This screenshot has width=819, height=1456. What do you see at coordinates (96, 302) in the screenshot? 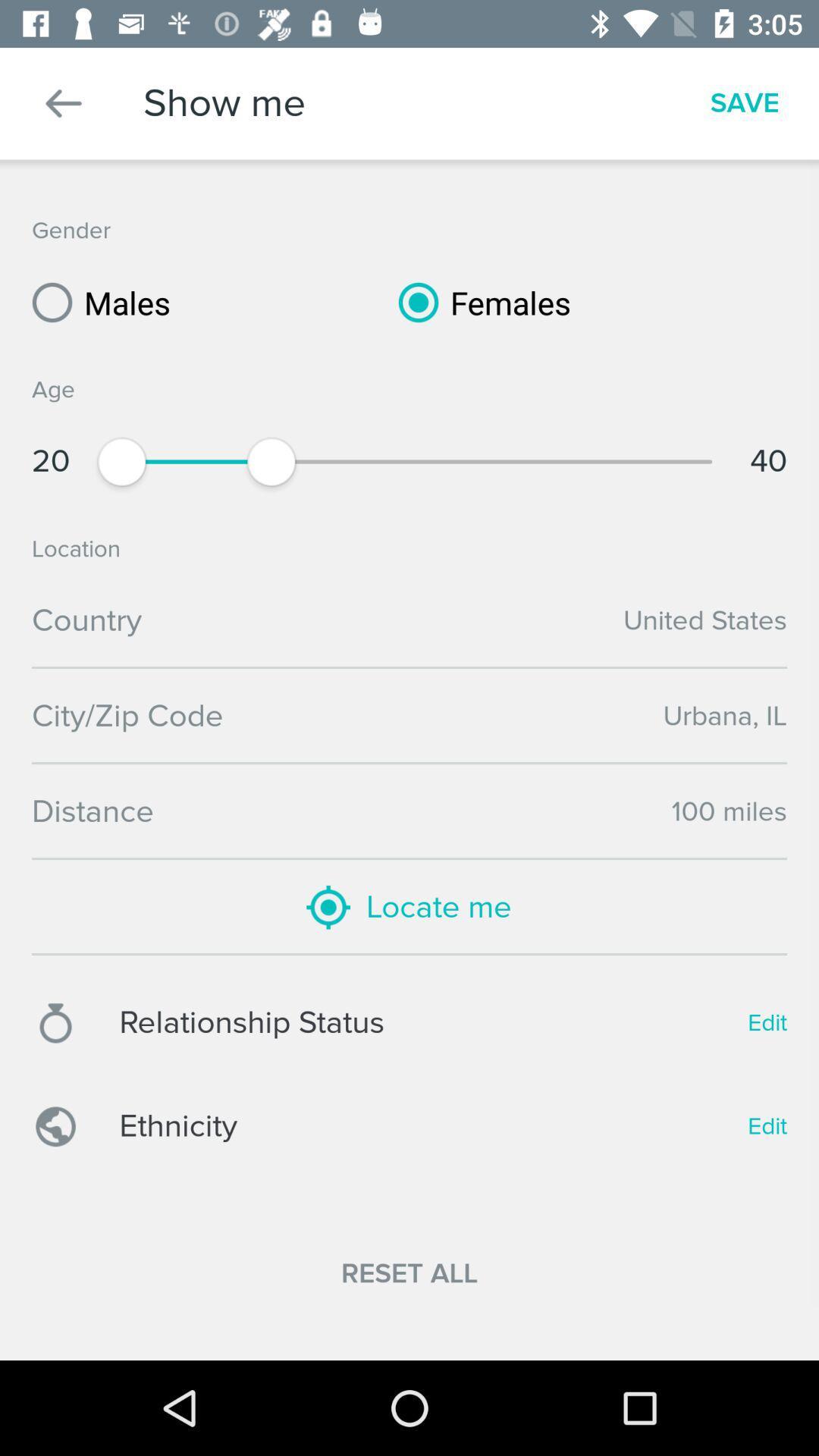
I see `males icon` at bounding box center [96, 302].